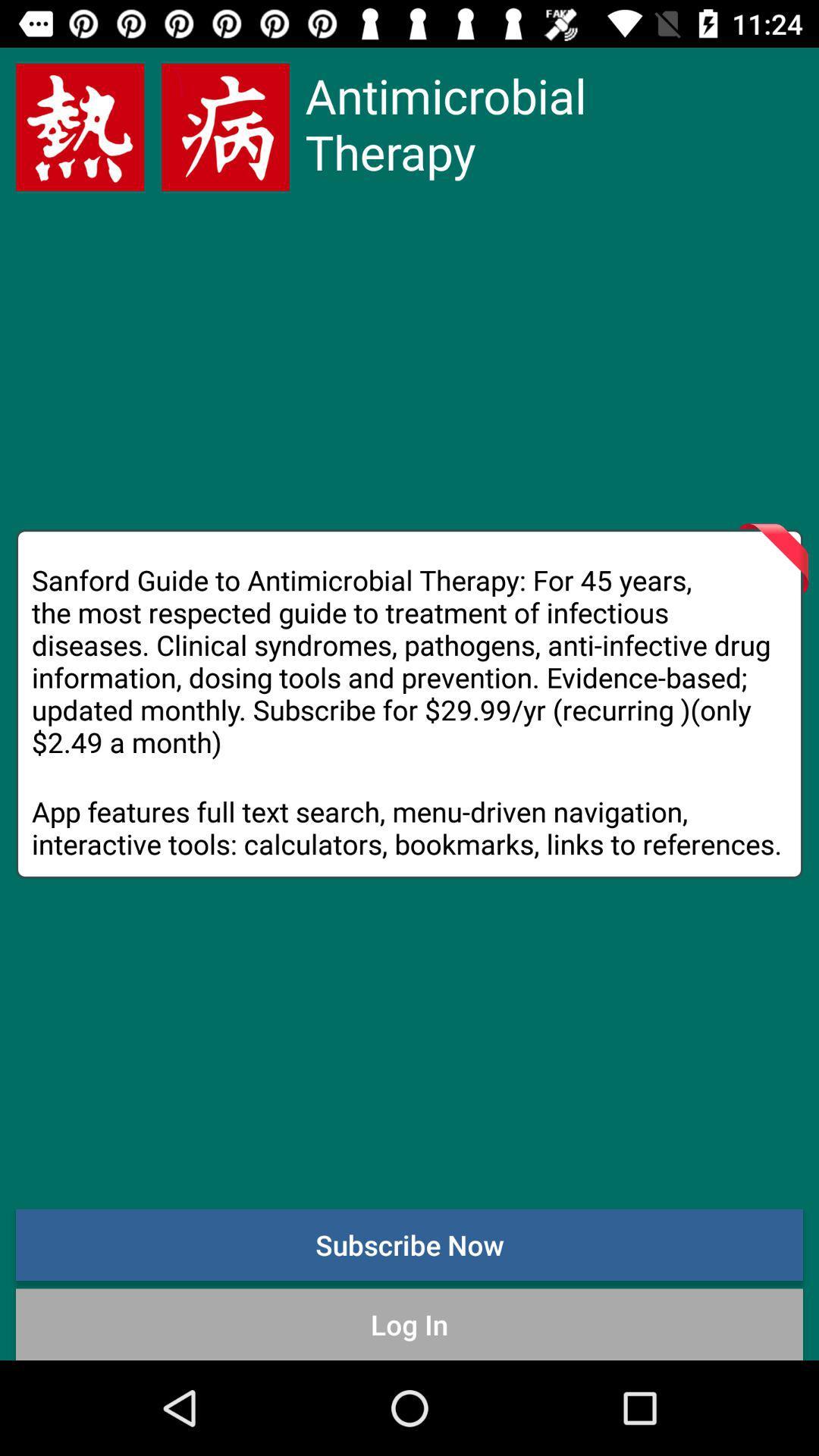 The height and width of the screenshot is (1456, 819). What do you see at coordinates (409, 1244) in the screenshot?
I see `the subscribe now icon` at bounding box center [409, 1244].